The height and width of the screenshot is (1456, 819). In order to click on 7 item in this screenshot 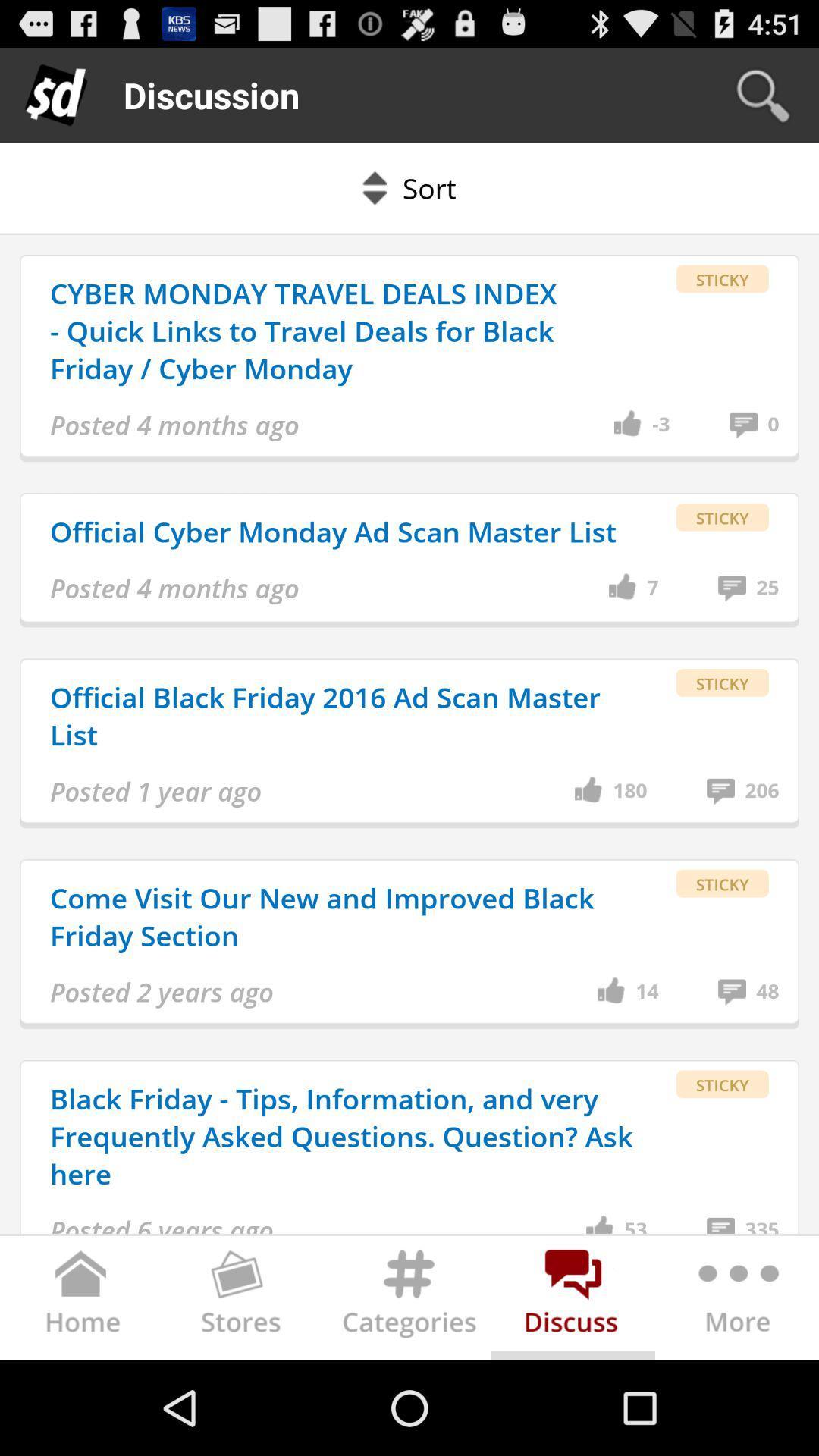, I will do `click(651, 587)`.